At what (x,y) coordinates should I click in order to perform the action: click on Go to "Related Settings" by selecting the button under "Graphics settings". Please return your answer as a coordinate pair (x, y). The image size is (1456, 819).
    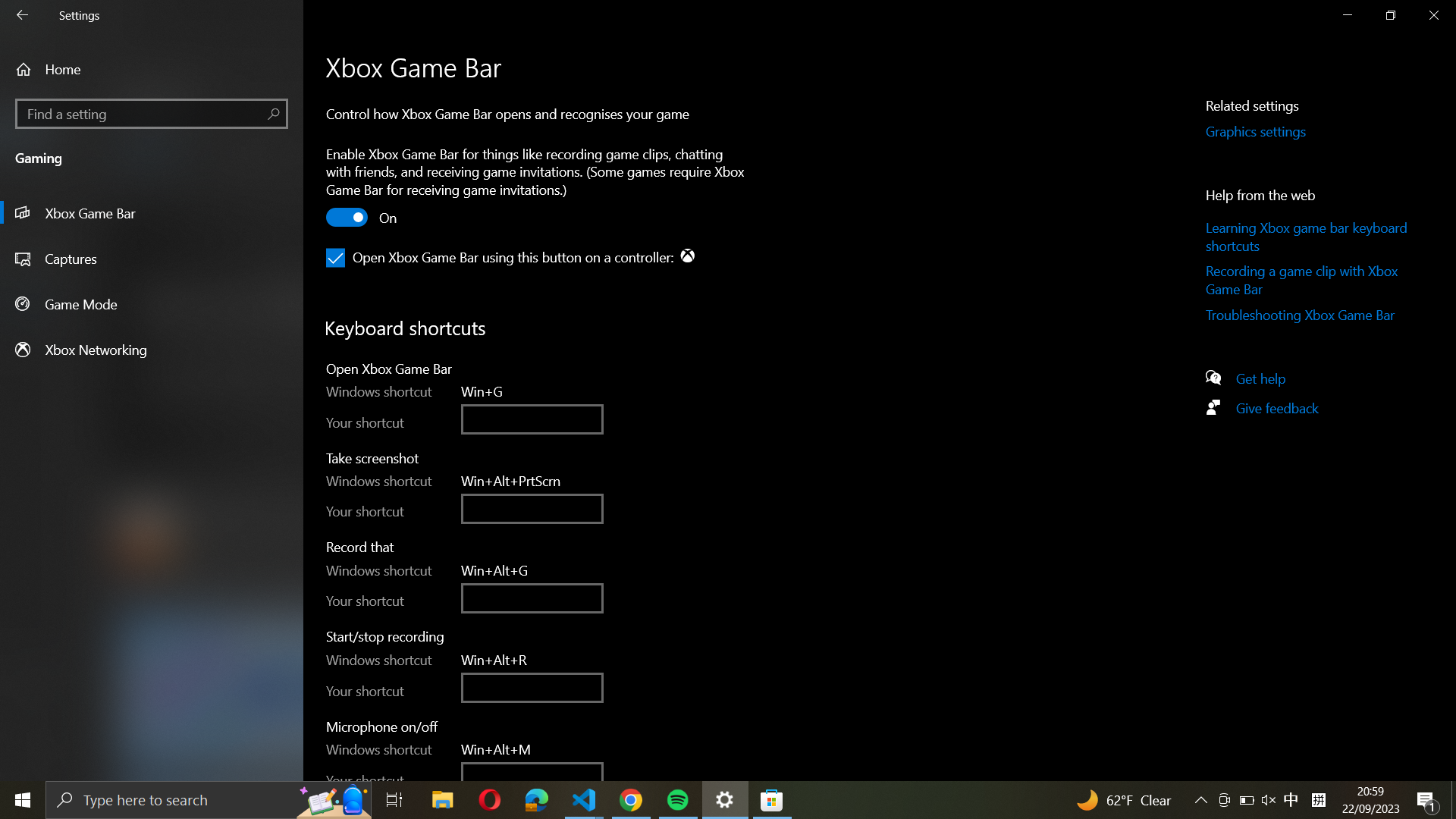
    Looking at the image, I should click on (1273, 131).